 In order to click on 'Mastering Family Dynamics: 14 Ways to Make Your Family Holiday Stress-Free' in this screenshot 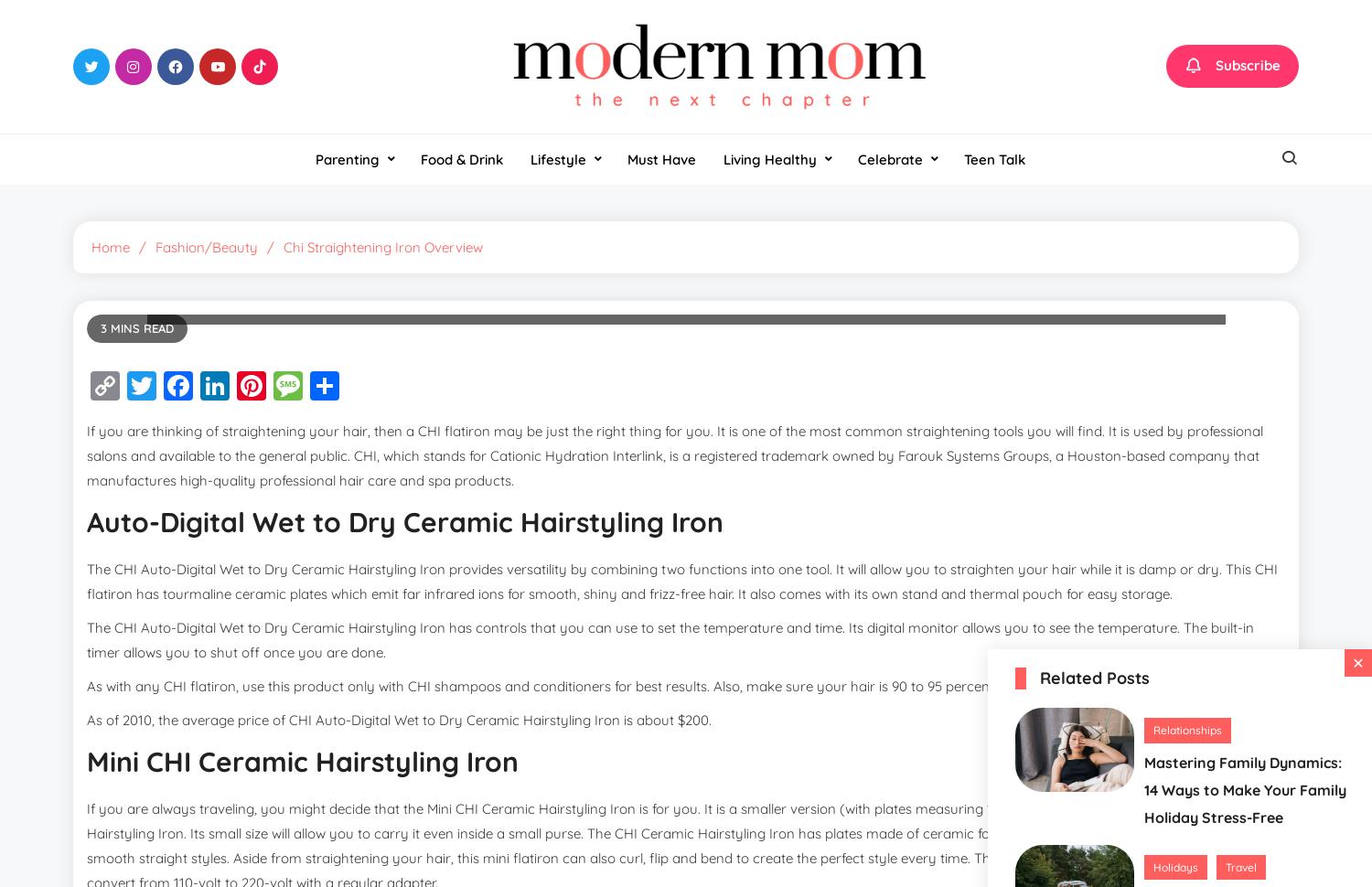, I will do `click(1144, 788)`.